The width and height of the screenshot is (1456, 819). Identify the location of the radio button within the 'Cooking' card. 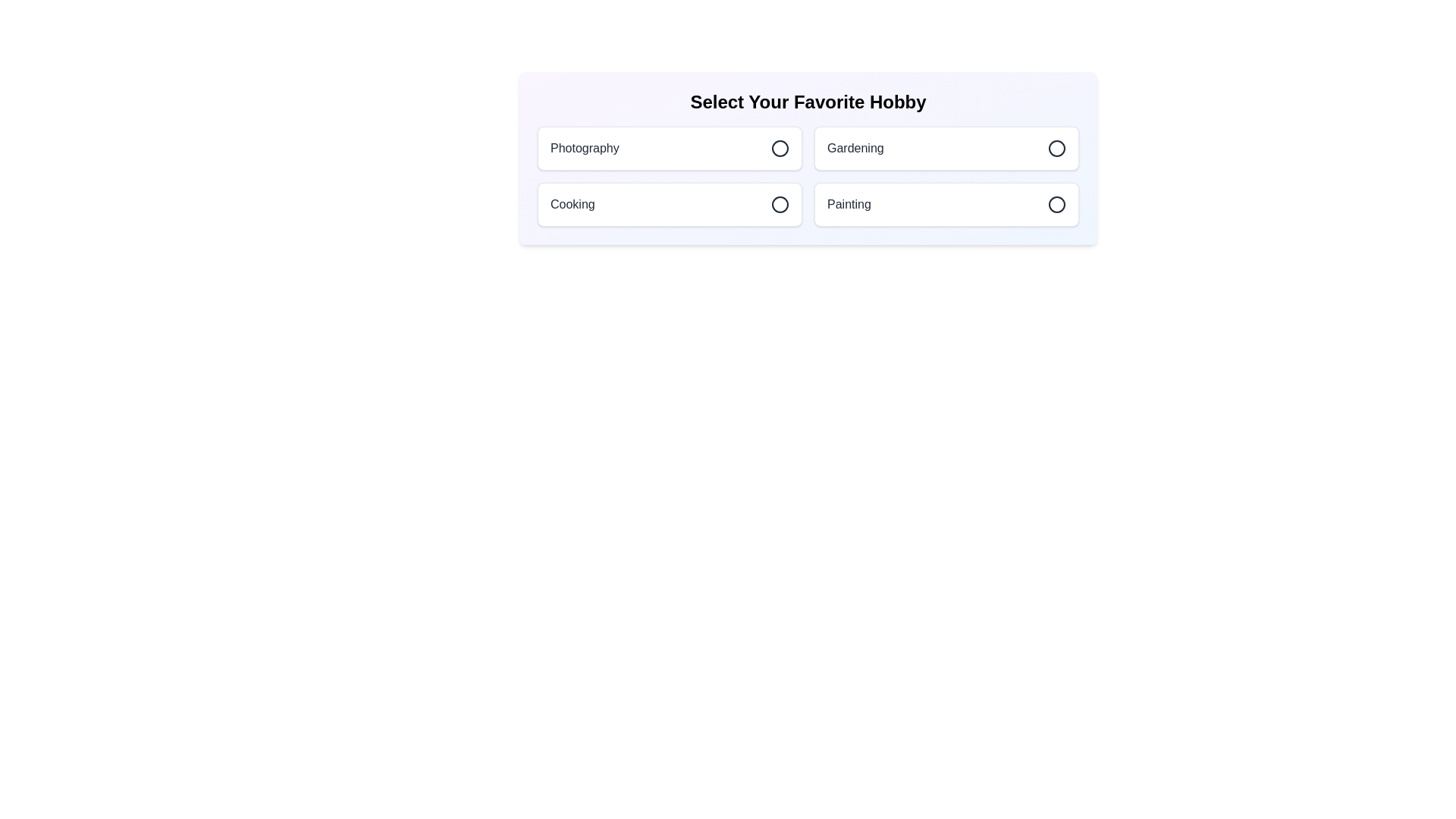
(780, 205).